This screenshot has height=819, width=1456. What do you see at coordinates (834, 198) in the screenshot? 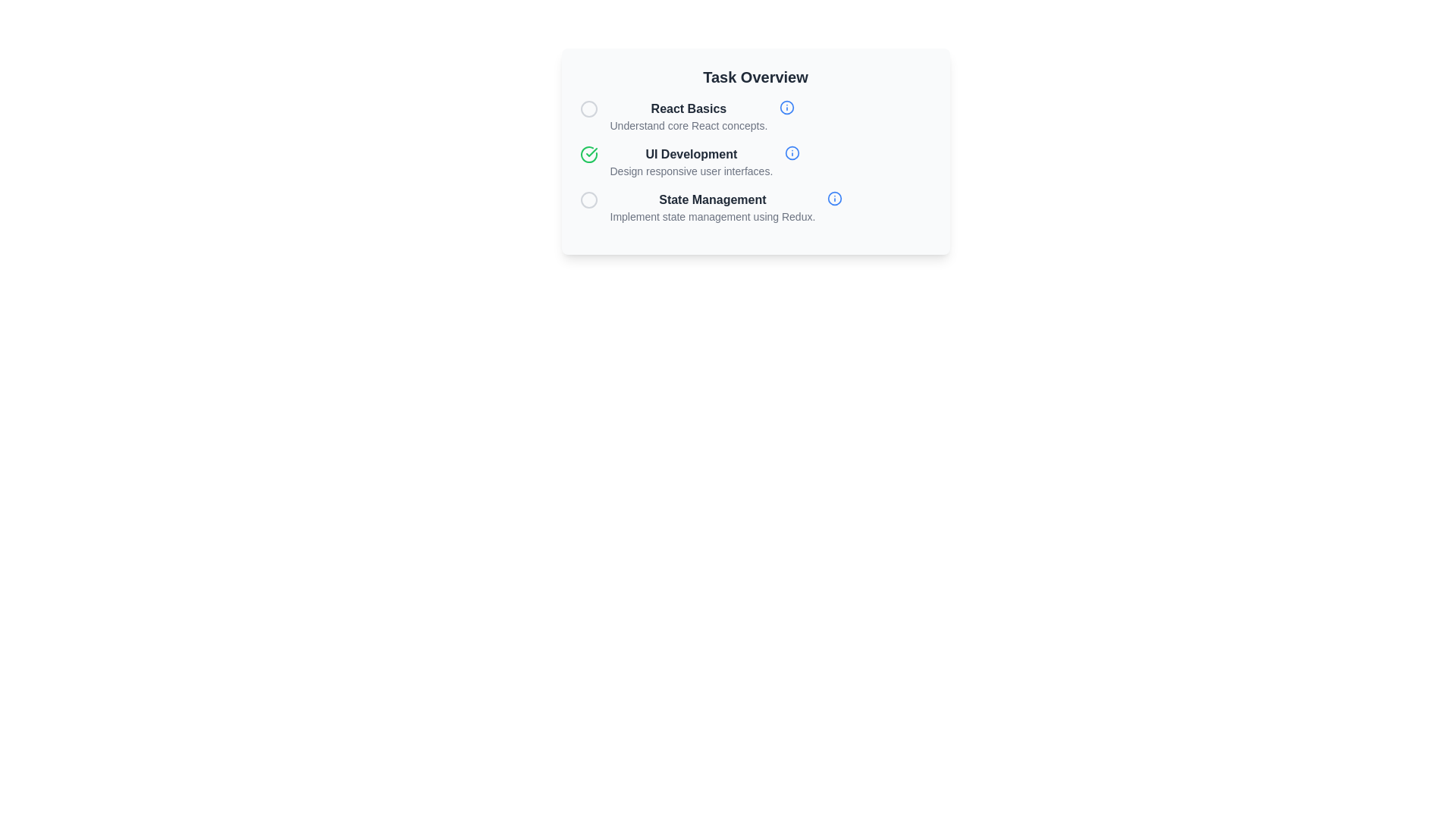
I see `the small circular icon with a blue outline and a white background featuring an 'i' symbol, located next to the text 'State Management' in the 'Task Overview' section` at bounding box center [834, 198].